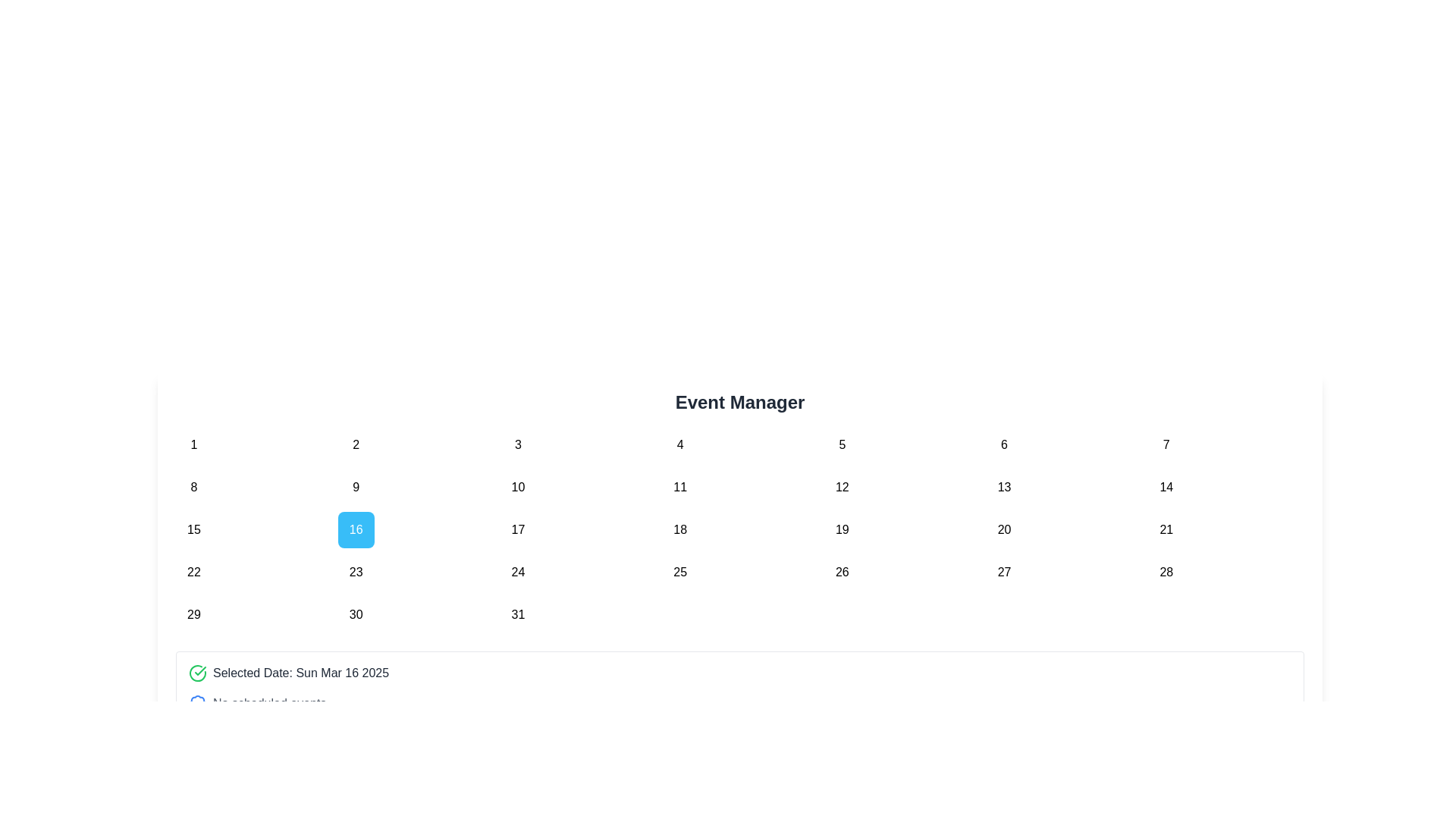 This screenshot has width=1456, height=819. What do you see at coordinates (679, 529) in the screenshot?
I see `the square-shaped button displaying the number '18'` at bounding box center [679, 529].